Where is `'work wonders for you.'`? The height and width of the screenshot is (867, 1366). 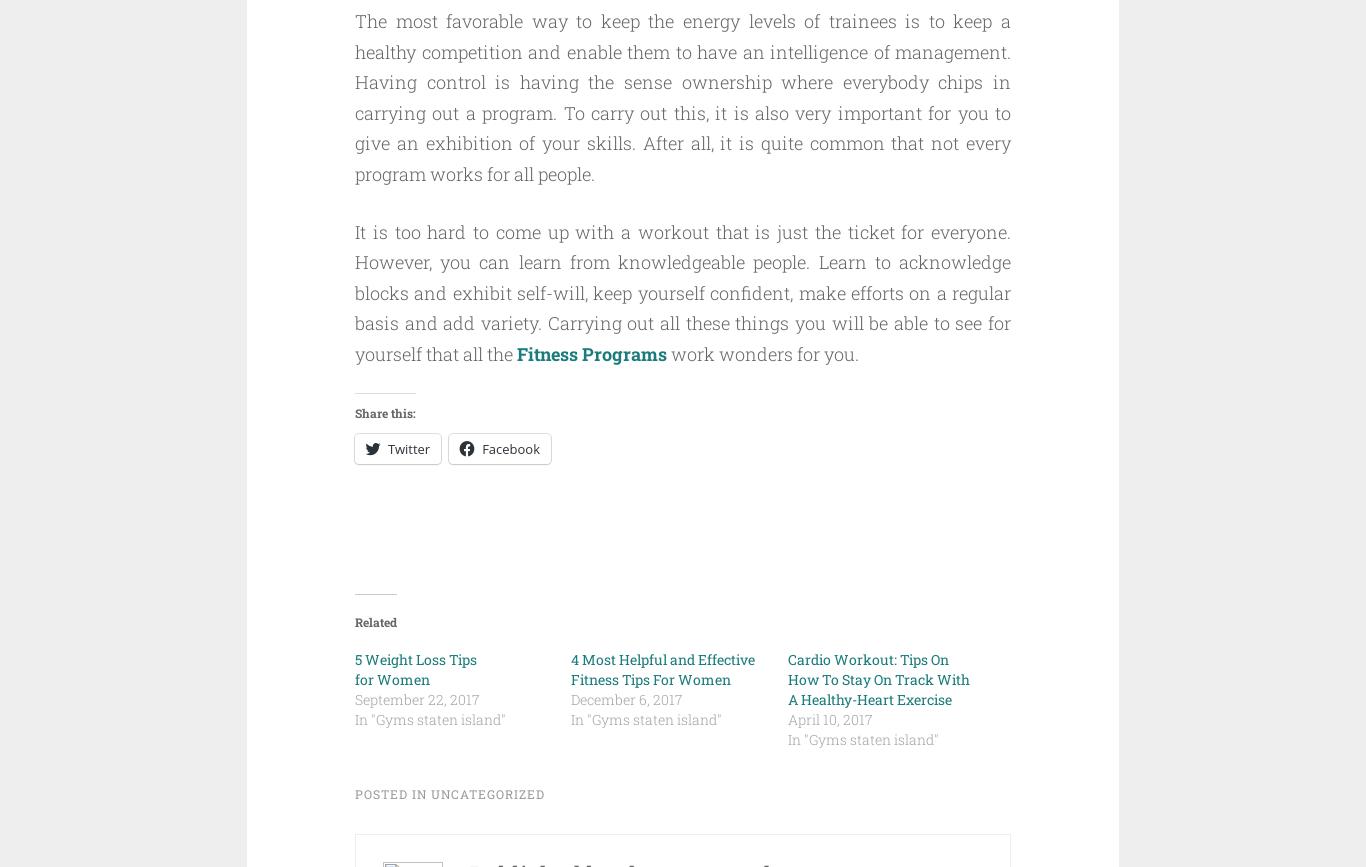 'work wonders for you.' is located at coordinates (763, 353).